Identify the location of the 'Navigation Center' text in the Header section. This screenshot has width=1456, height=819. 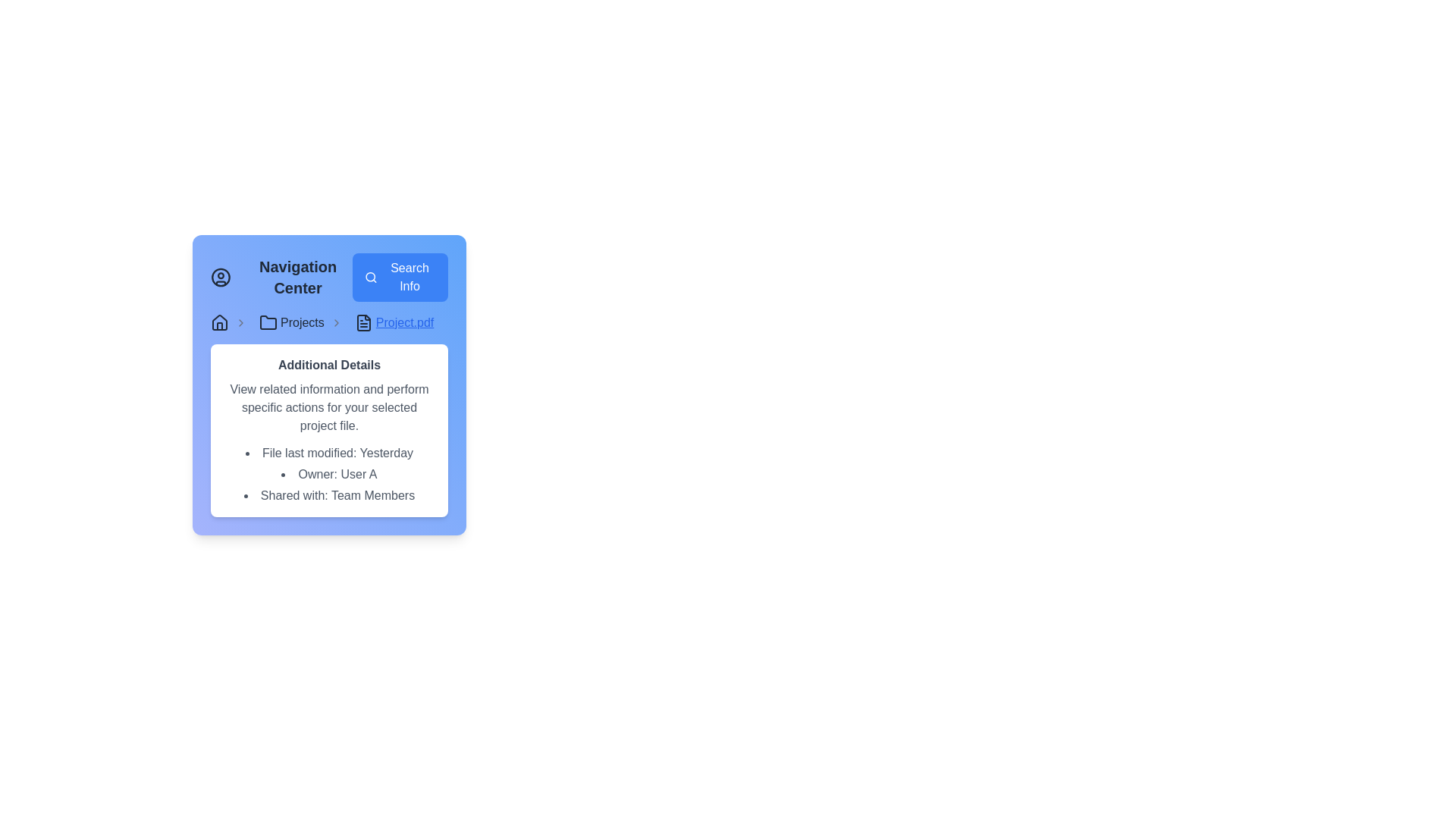
(328, 278).